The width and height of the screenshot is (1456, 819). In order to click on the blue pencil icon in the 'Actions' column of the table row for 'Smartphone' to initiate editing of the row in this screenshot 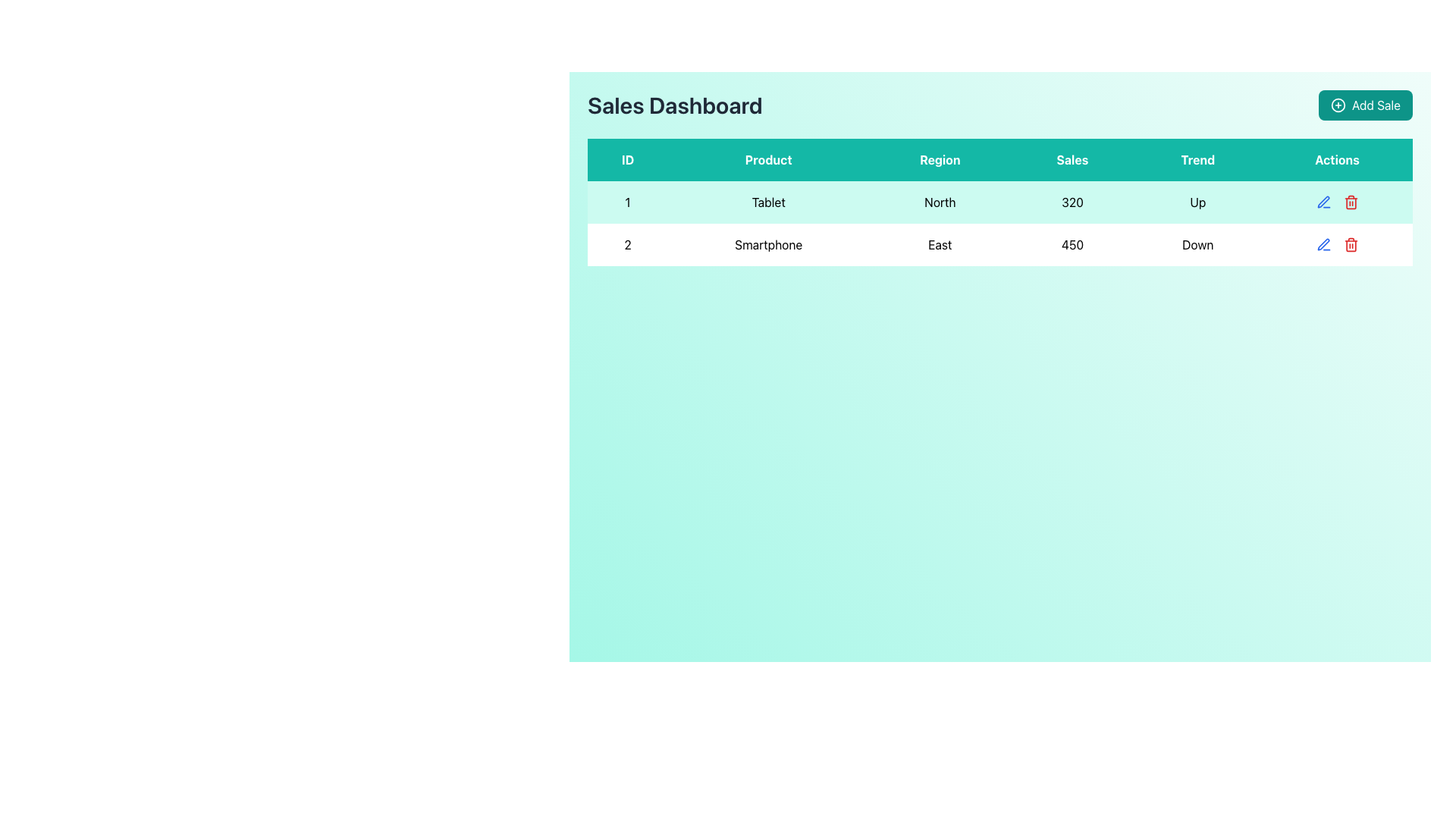, I will do `click(1323, 201)`.